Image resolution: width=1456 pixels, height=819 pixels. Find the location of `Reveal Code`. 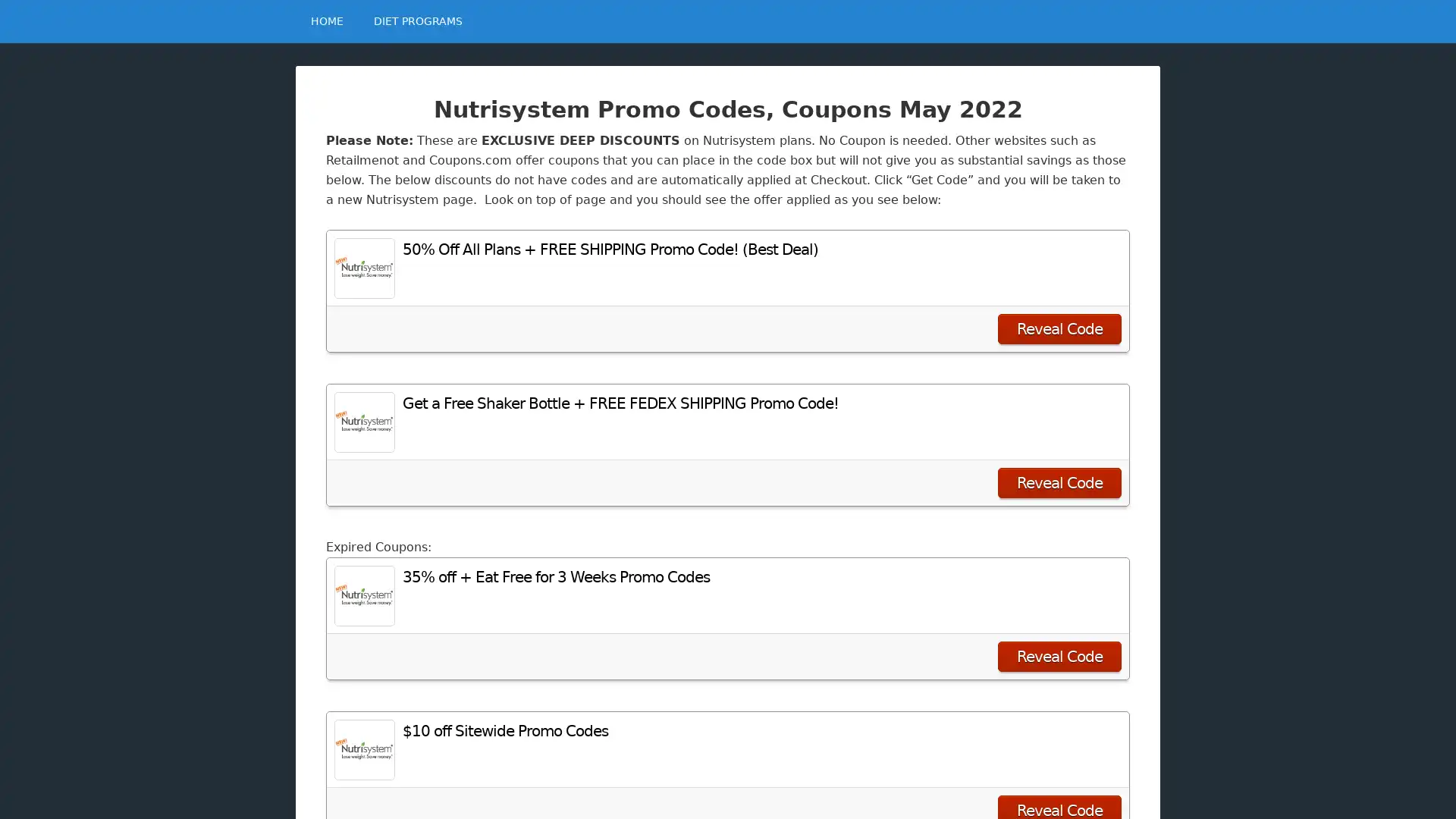

Reveal Code is located at coordinates (1059, 328).